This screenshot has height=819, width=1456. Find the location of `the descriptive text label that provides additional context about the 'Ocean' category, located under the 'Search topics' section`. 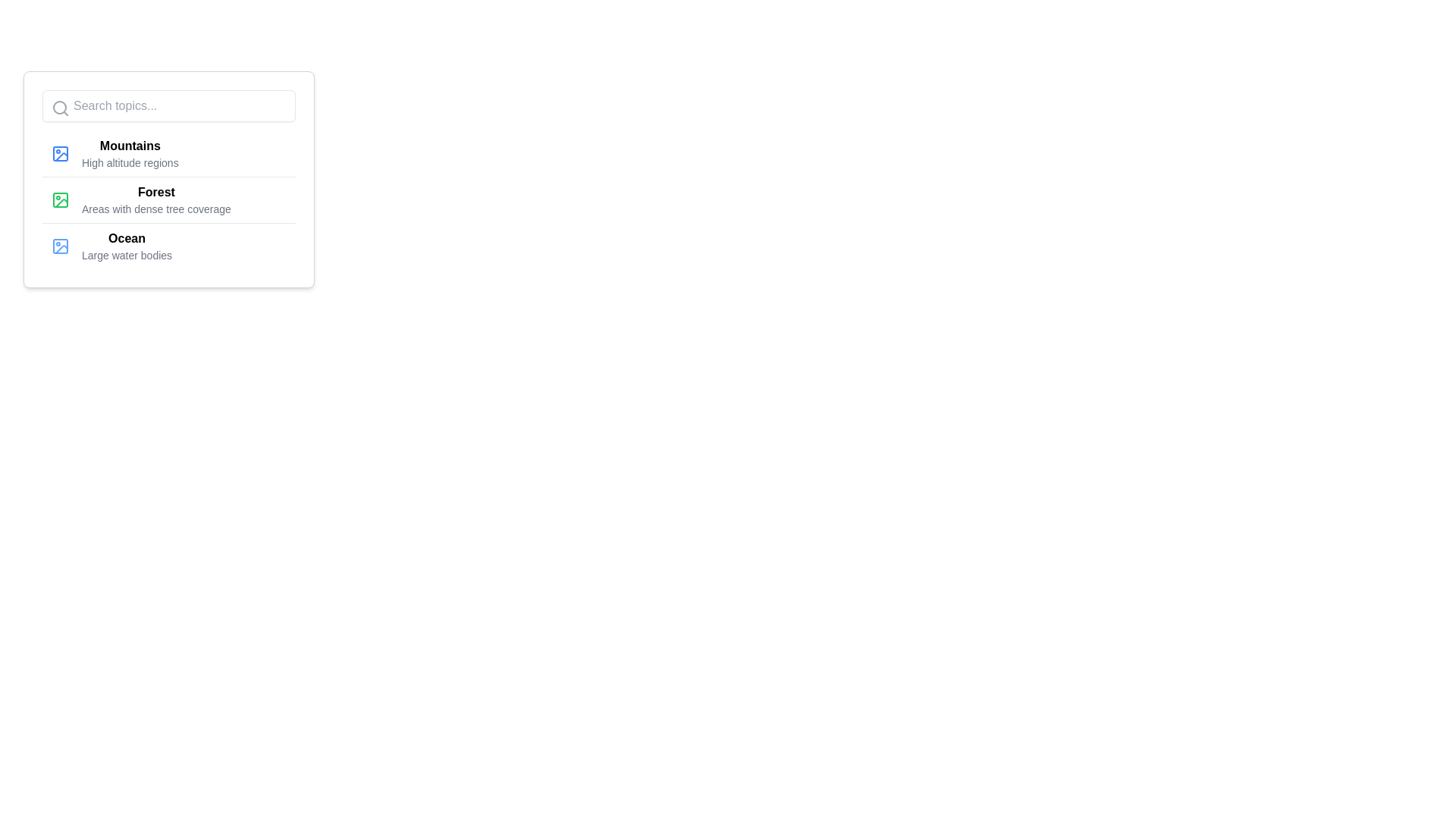

the descriptive text label that provides additional context about the 'Ocean' category, located under the 'Search topics' section is located at coordinates (127, 254).